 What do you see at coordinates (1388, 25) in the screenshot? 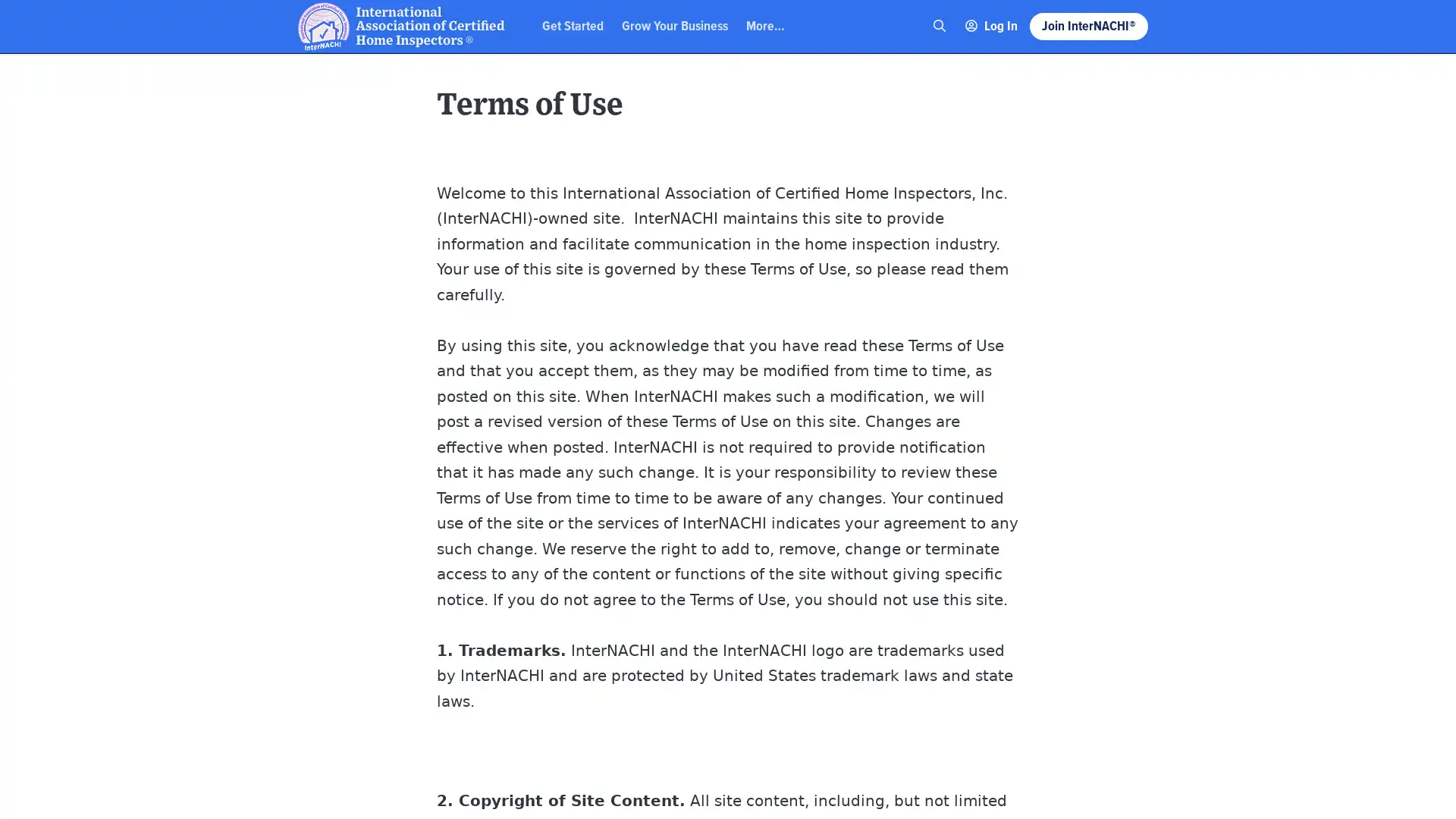
I see `Back to Top` at bounding box center [1388, 25].